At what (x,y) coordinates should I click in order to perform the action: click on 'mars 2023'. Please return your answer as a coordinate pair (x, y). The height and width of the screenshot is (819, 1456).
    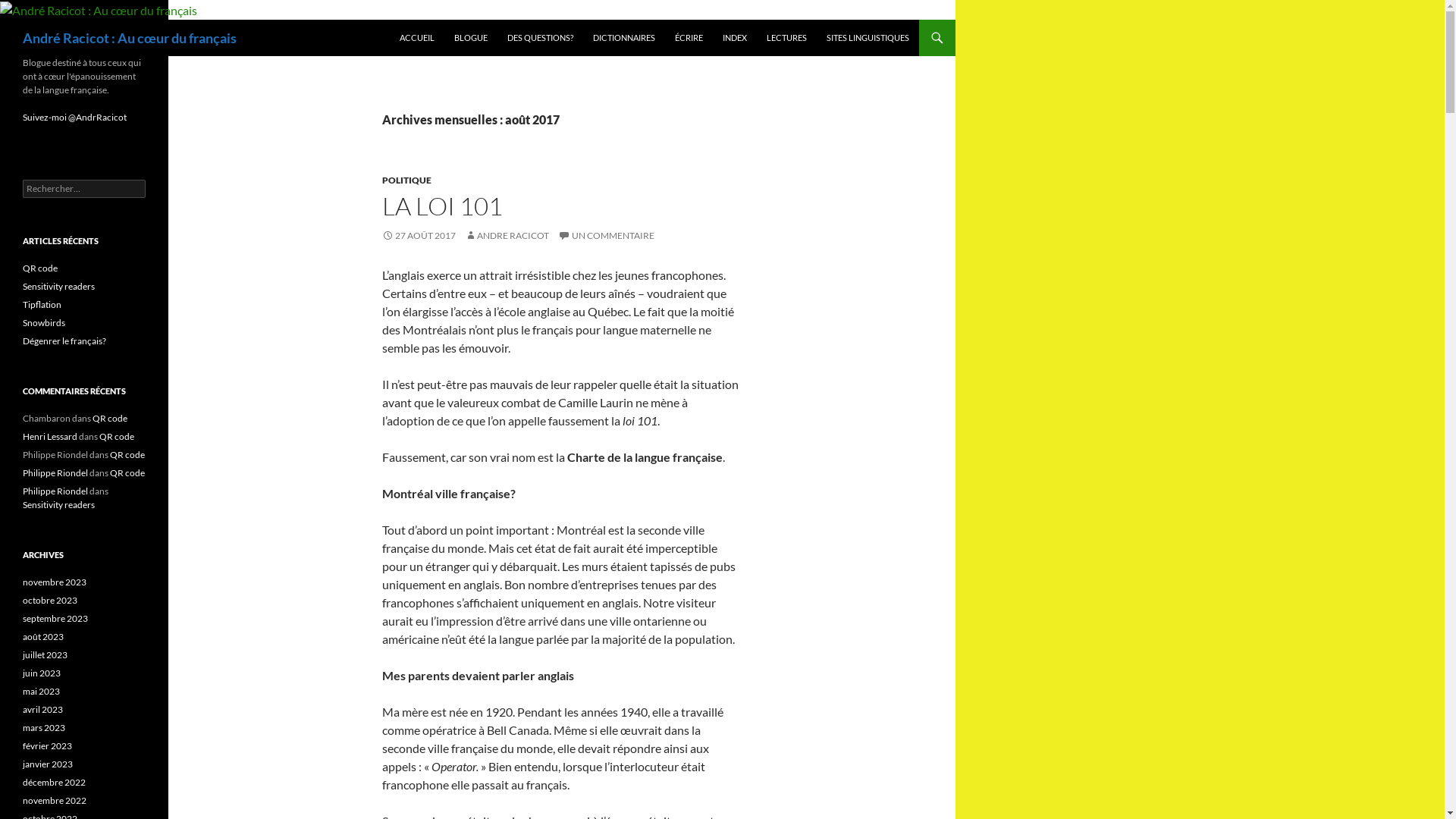
    Looking at the image, I should click on (43, 726).